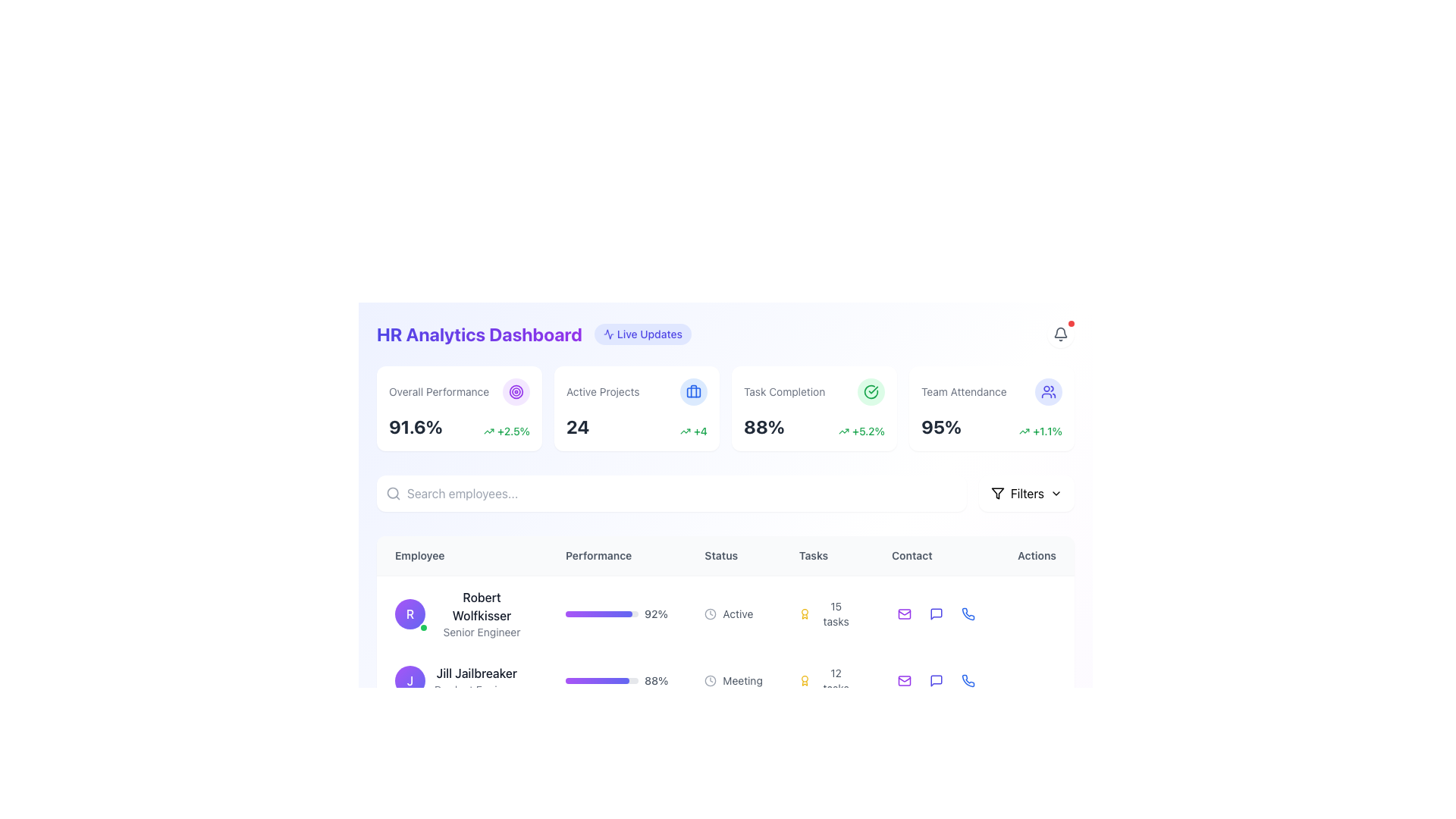 The image size is (1456, 819). I want to click on the small golden-yellow award icon, which is positioned to the left of the '12 tasks' label in the 'Tasks' column, so click(804, 680).